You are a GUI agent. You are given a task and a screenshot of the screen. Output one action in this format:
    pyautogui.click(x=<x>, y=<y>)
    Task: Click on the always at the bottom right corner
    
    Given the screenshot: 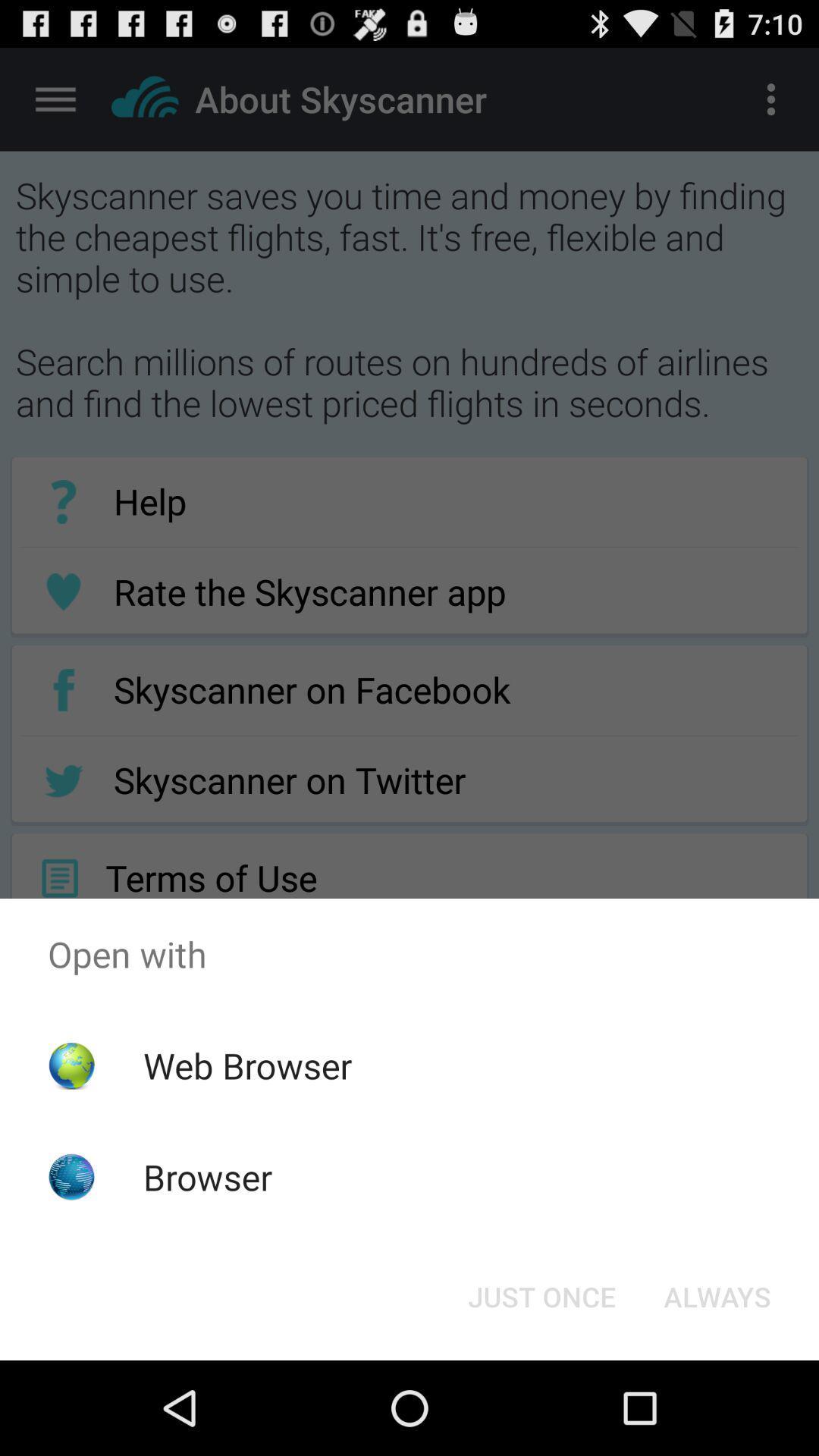 What is the action you would take?
    pyautogui.click(x=717, y=1295)
    